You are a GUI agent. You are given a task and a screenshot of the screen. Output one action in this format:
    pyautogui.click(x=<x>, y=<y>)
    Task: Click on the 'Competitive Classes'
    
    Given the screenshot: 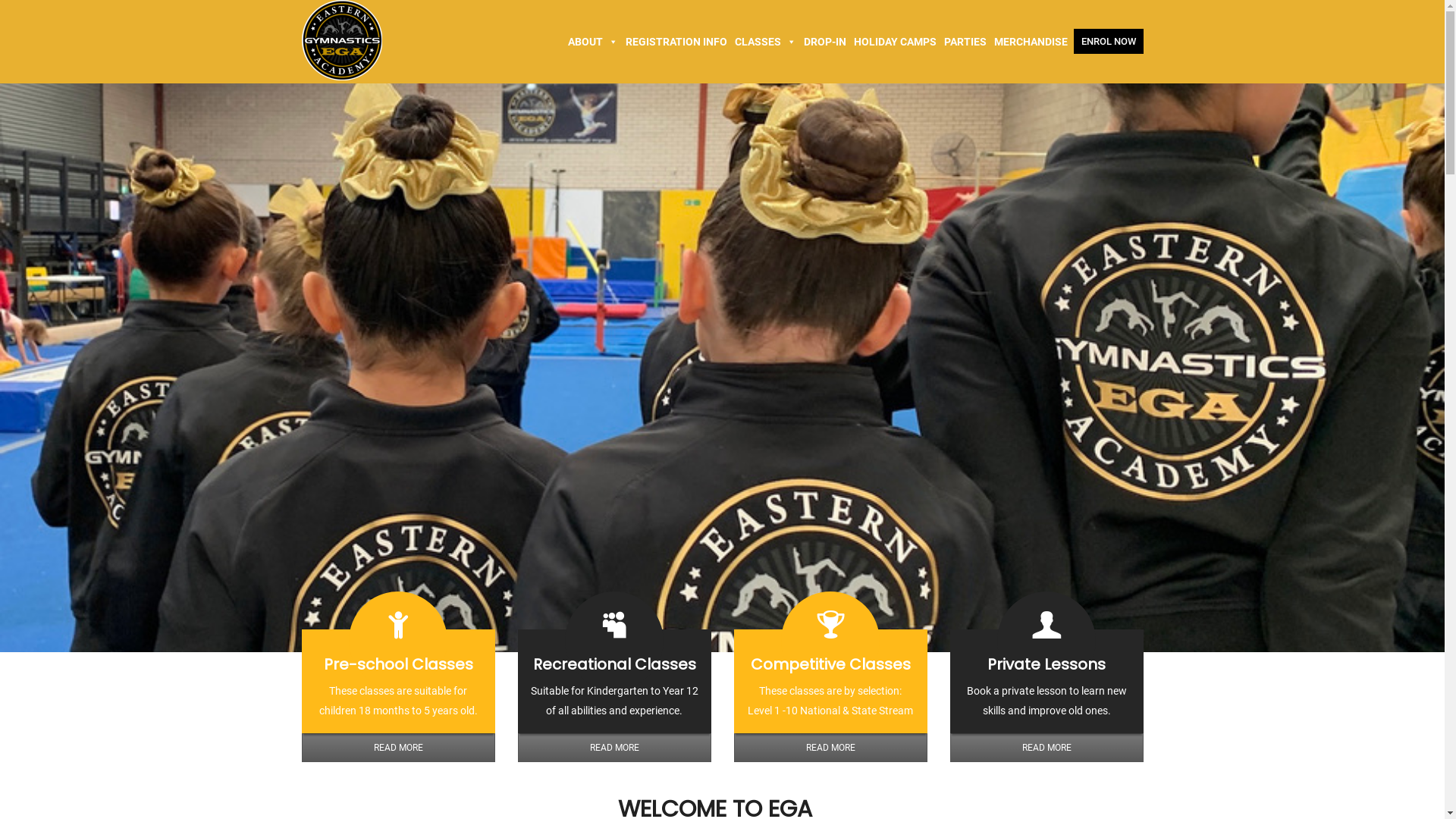 What is the action you would take?
    pyautogui.click(x=830, y=663)
    